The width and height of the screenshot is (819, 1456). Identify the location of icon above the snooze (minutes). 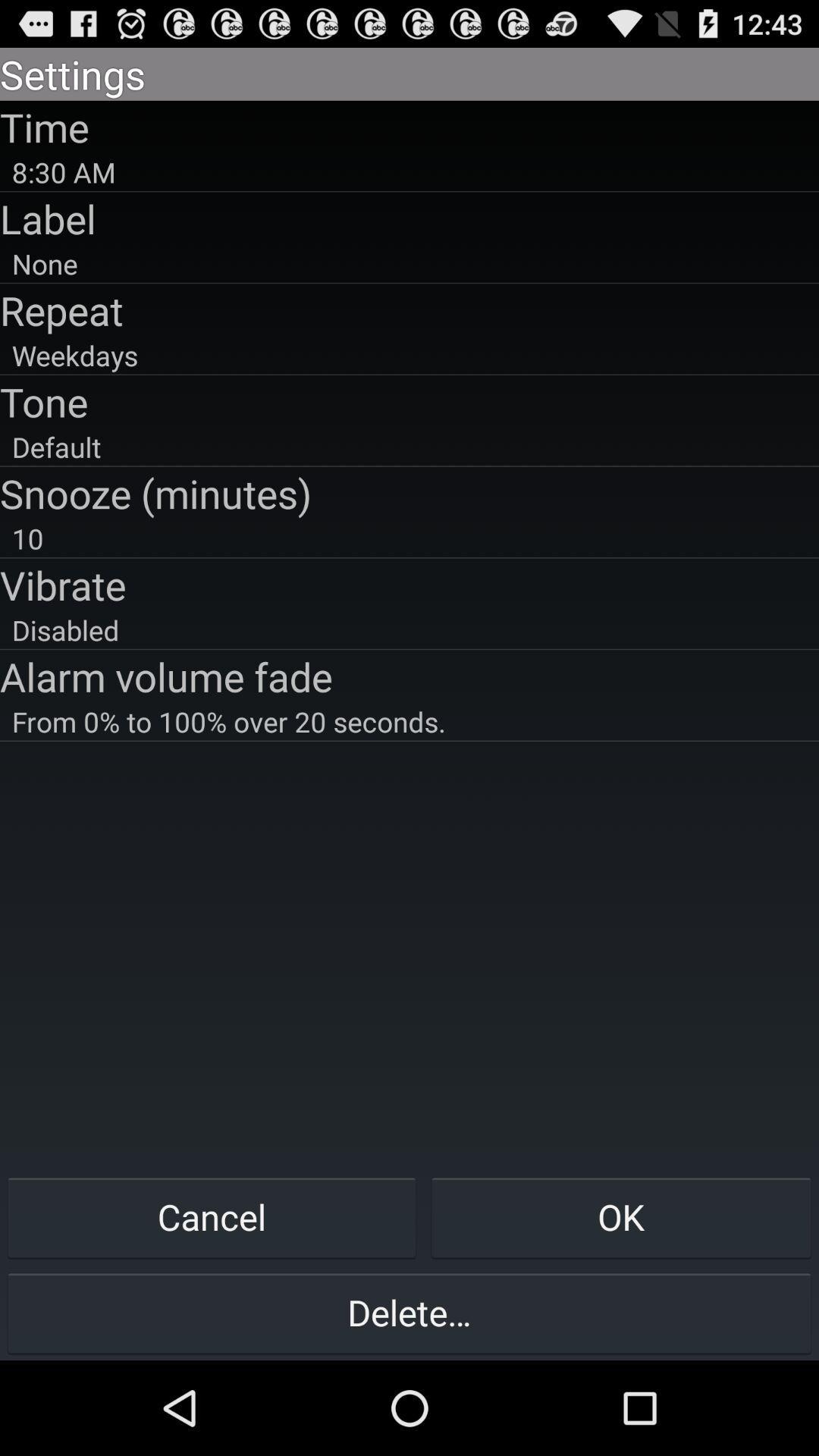
(409, 446).